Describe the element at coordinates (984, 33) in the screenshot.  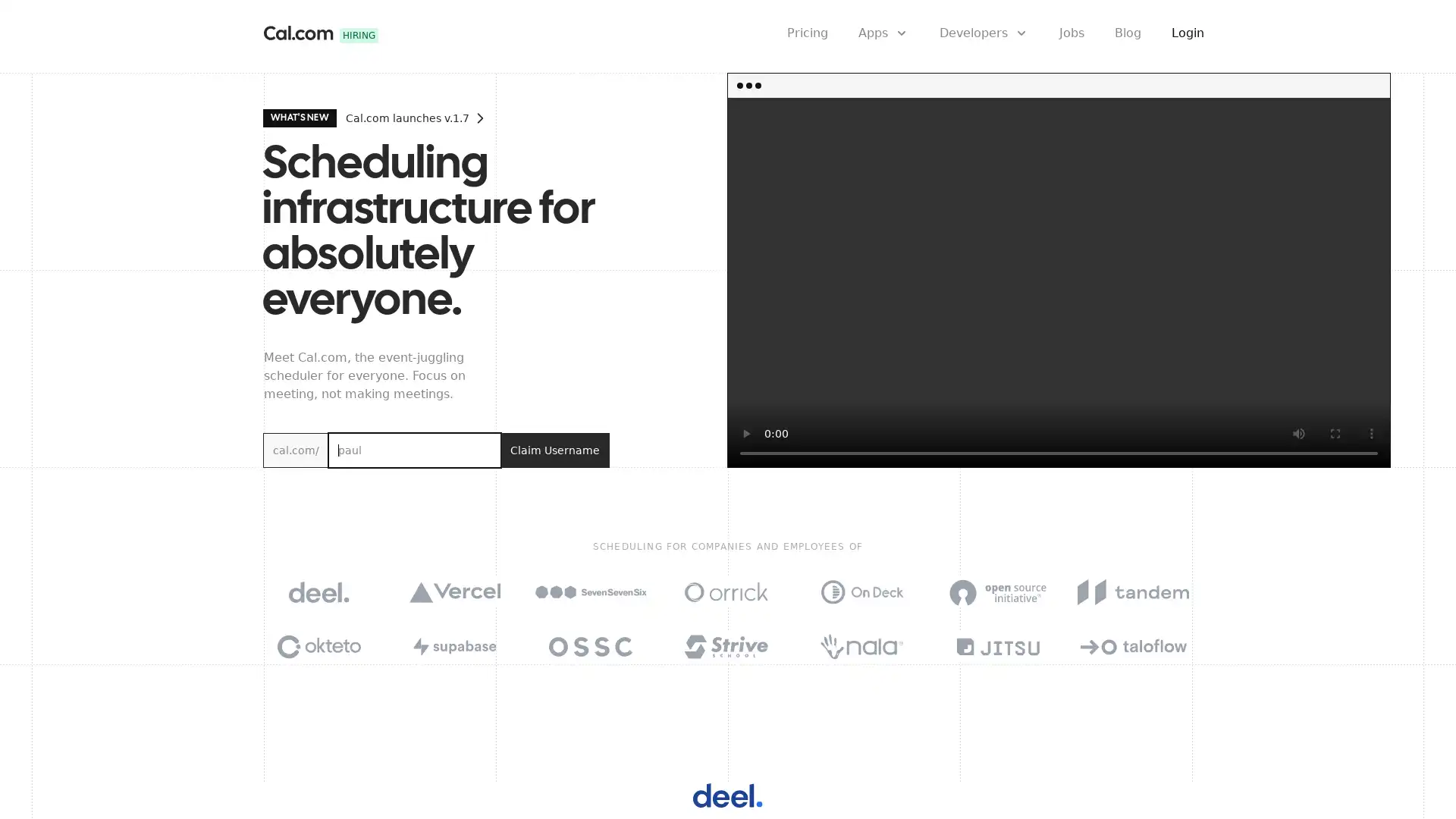
I see `Developers` at that location.